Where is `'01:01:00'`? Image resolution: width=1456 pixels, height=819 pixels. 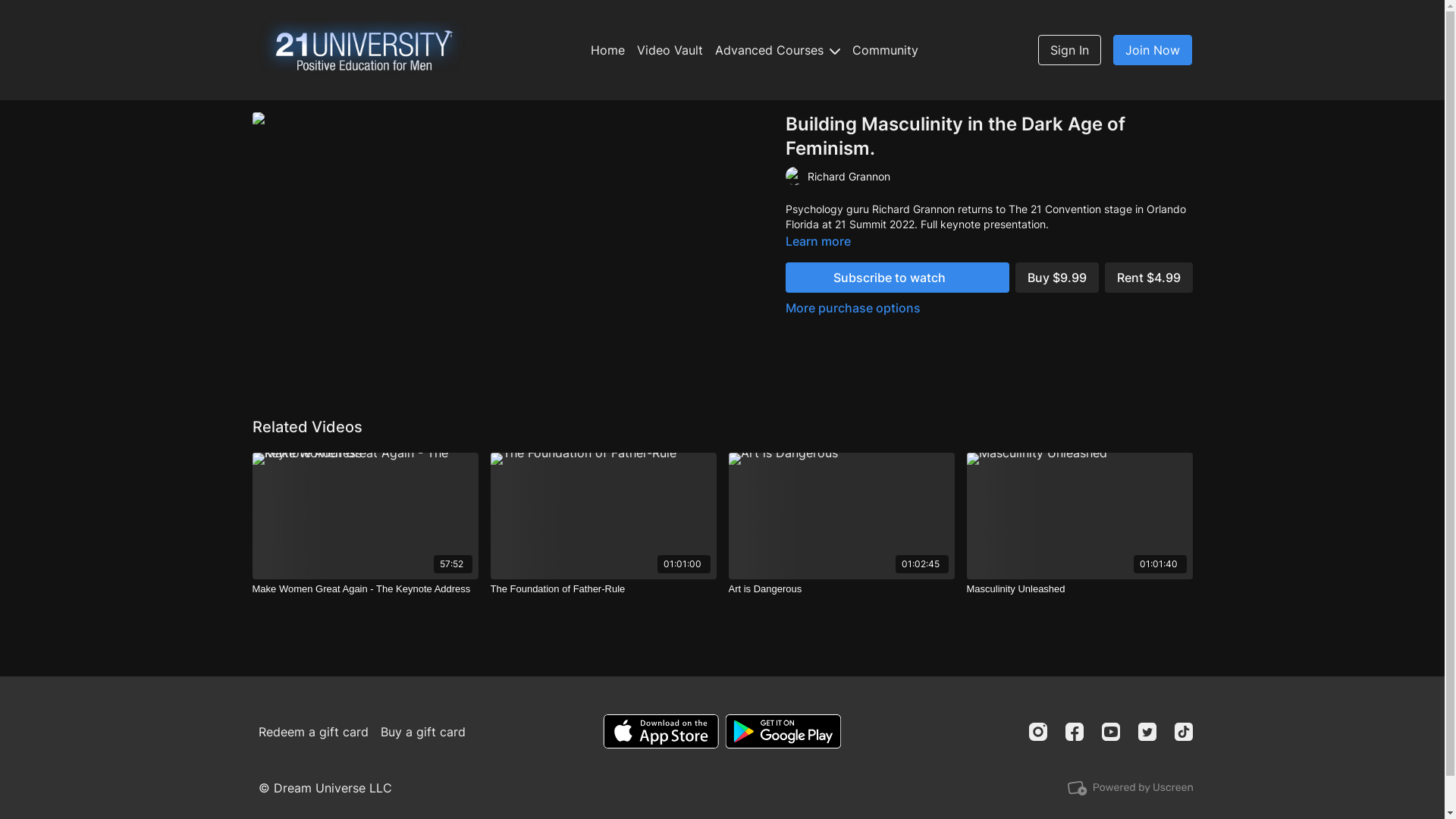
'01:01:00' is located at coordinates (602, 515).